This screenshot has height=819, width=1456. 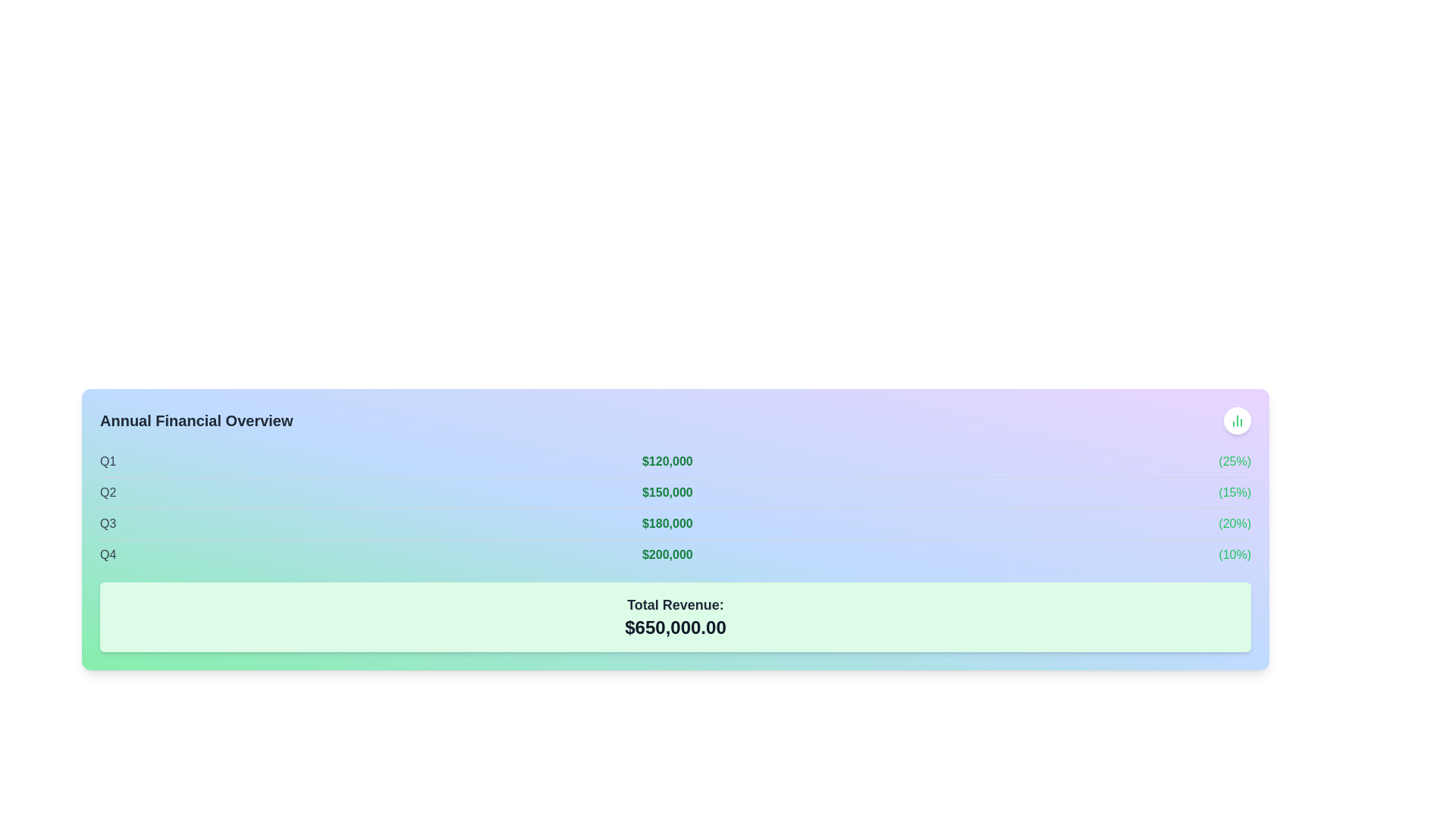 I want to click on the first informative data row representing the financial details of the first quarter, which includes the quarter name, amount, and percentage change, so click(x=675, y=461).